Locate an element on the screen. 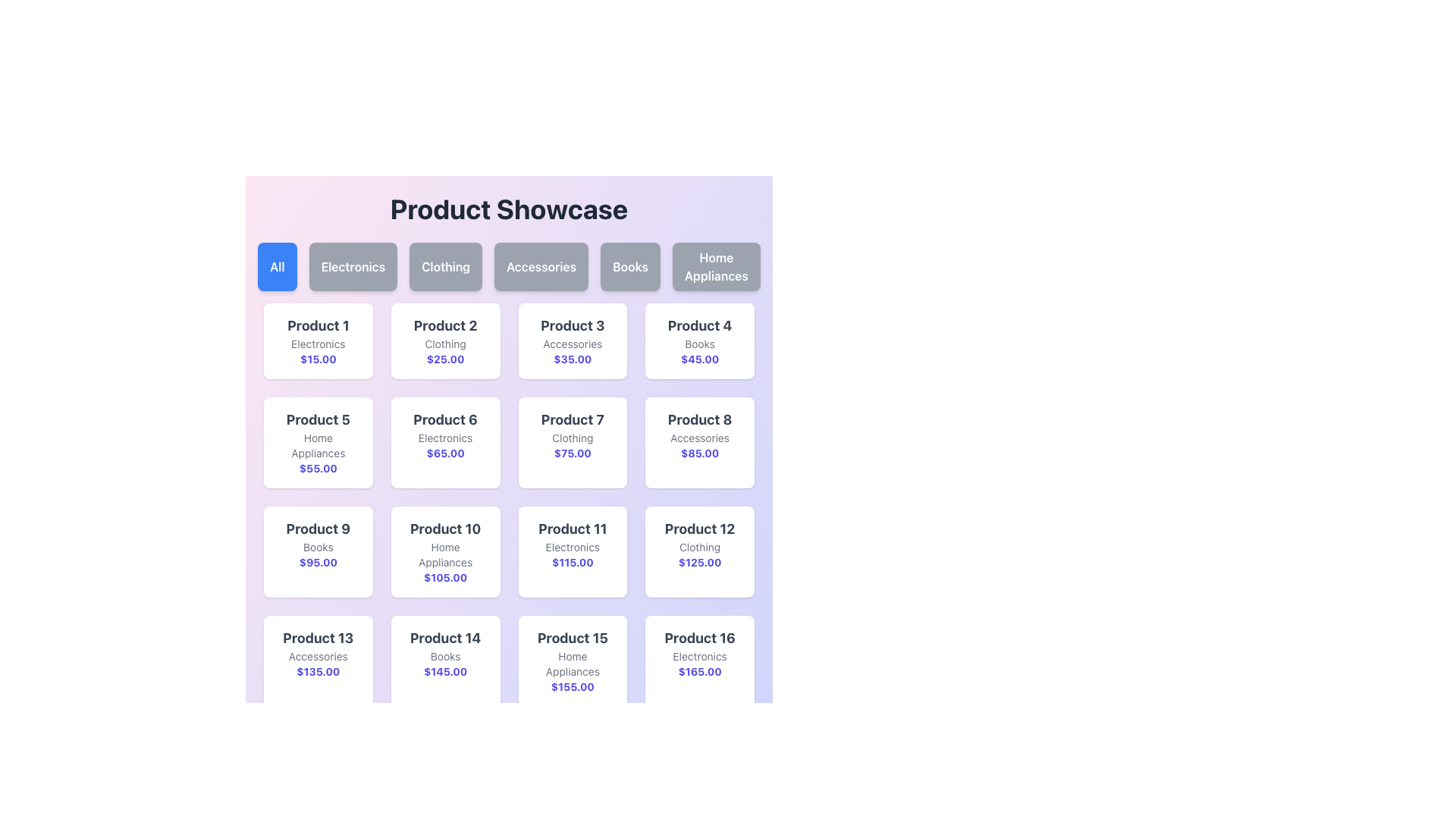 The width and height of the screenshot is (1456, 819). the price text label displaying '$45.00' in bold indigo font, part of the product card for 'Product 4' is located at coordinates (699, 359).